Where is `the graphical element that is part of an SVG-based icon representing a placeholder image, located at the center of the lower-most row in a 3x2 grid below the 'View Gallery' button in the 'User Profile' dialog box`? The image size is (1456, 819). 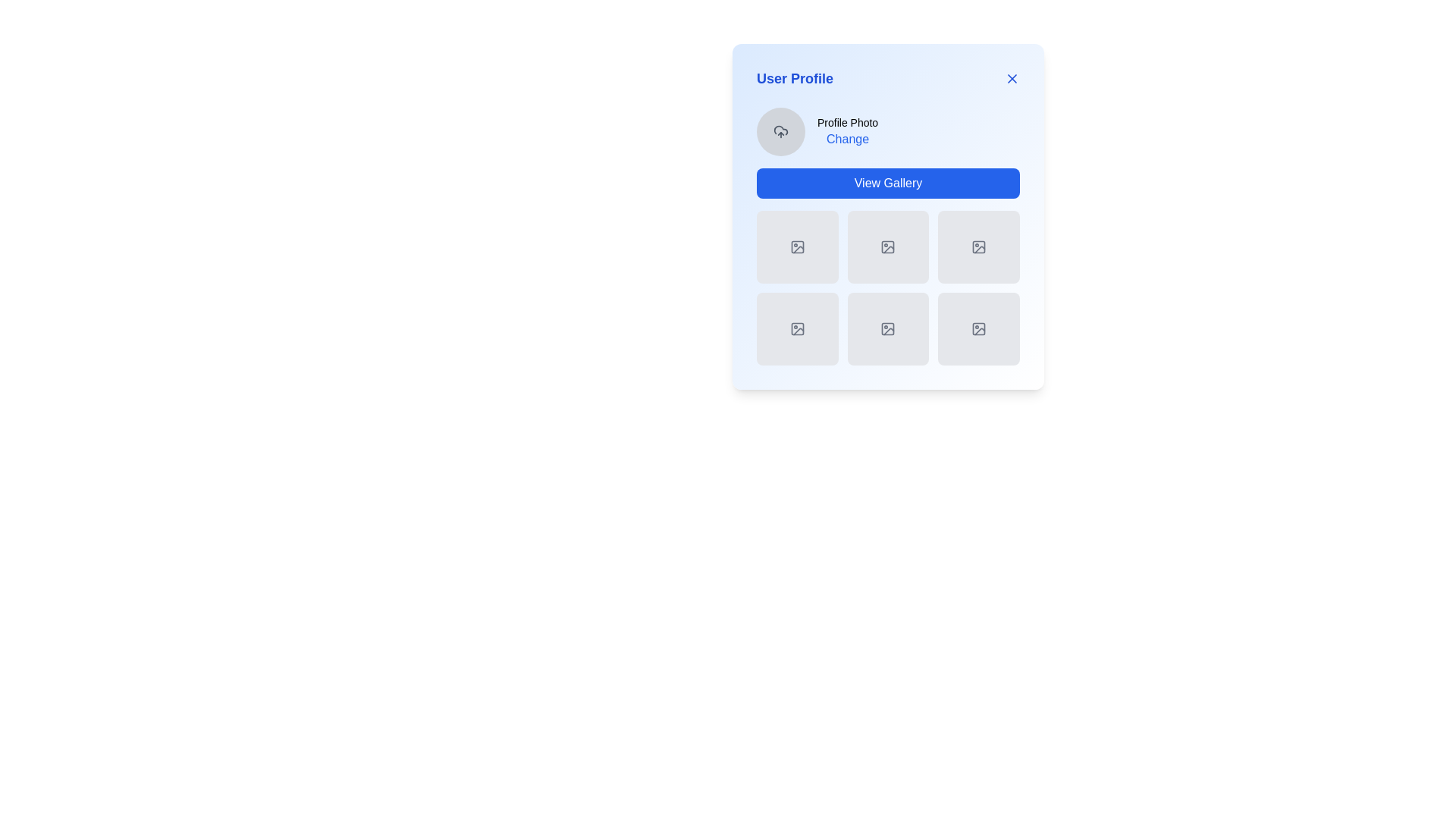 the graphical element that is part of an SVG-based icon representing a placeholder image, located at the center of the lower-most row in a 3x2 grid below the 'View Gallery' button in the 'User Profile' dialog box is located at coordinates (888, 328).